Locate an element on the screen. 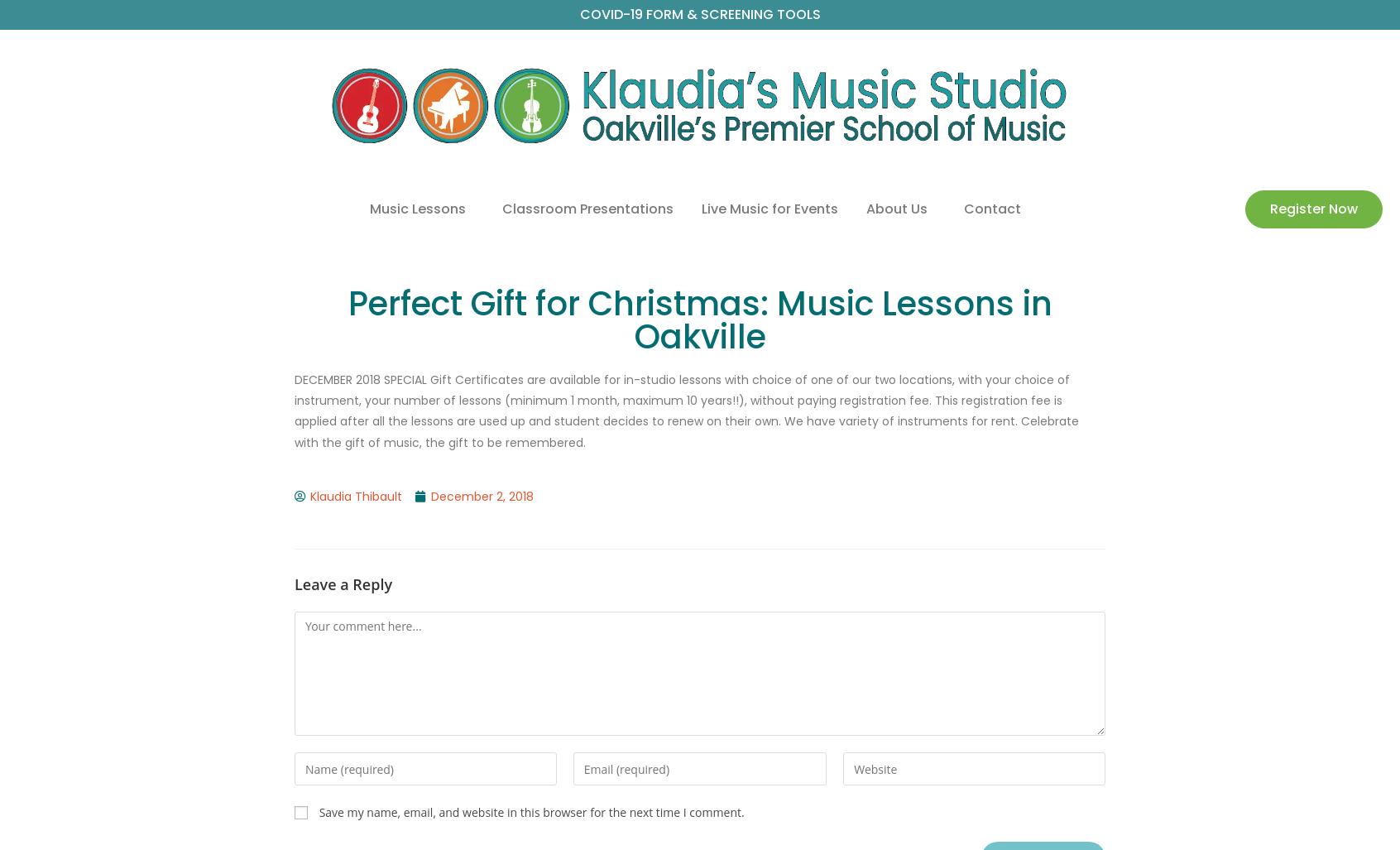  'December 2, 2018' is located at coordinates (482, 496).